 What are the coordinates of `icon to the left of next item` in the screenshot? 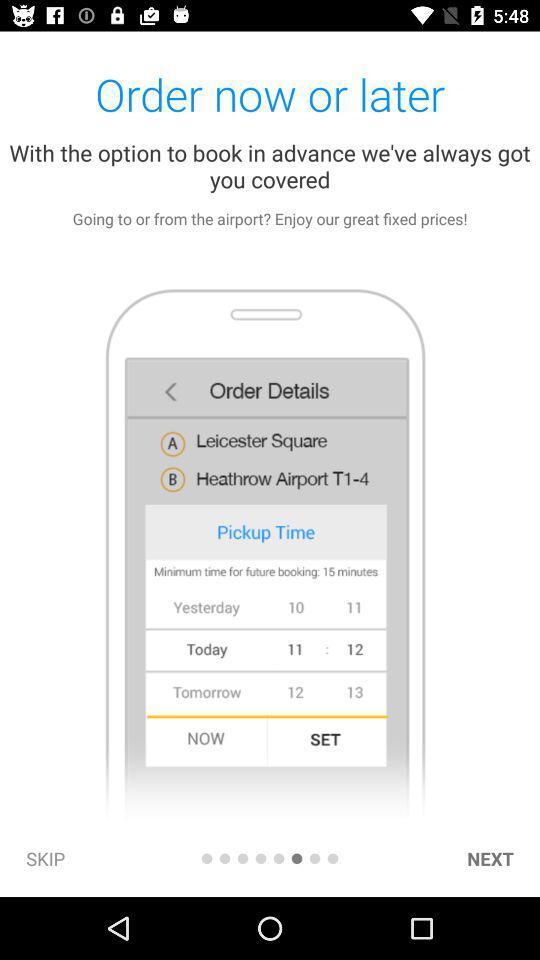 It's located at (333, 857).